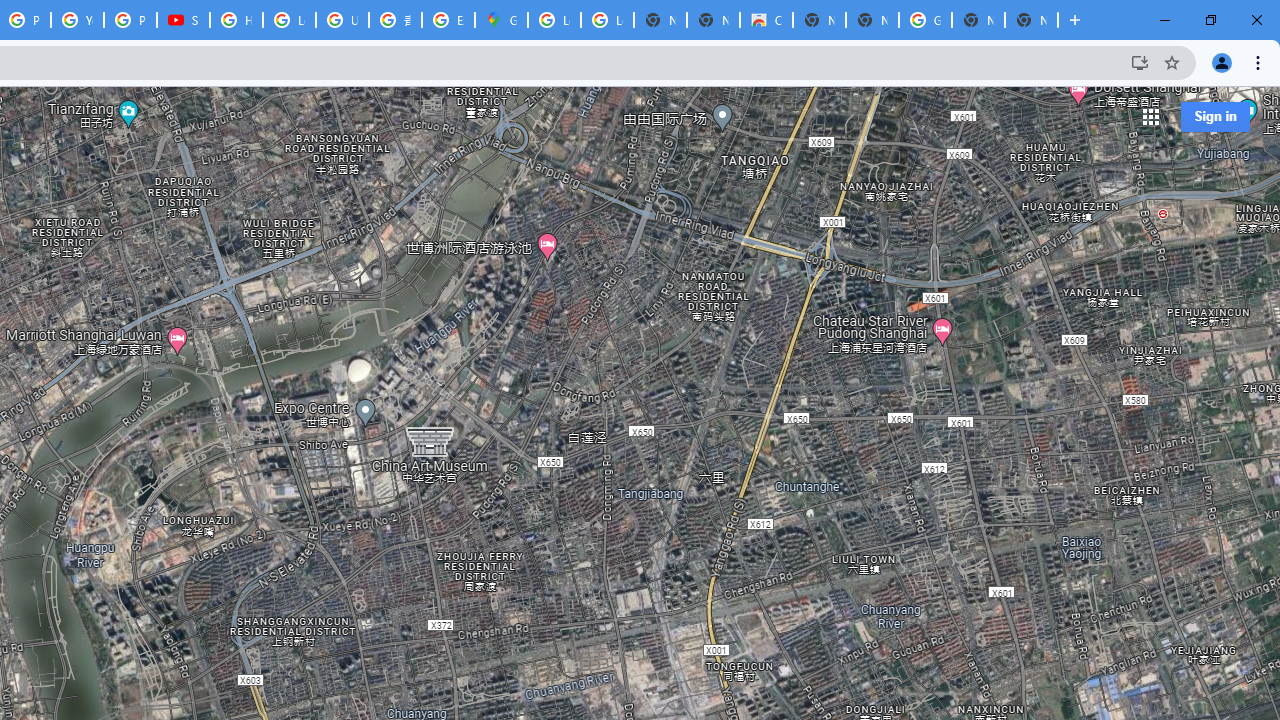 The height and width of the screenshot is (720, 1280). What do you see at coordinates (77, 20) in the screenshot?
I see `'YouTube'` at bounding box center [77, 20].